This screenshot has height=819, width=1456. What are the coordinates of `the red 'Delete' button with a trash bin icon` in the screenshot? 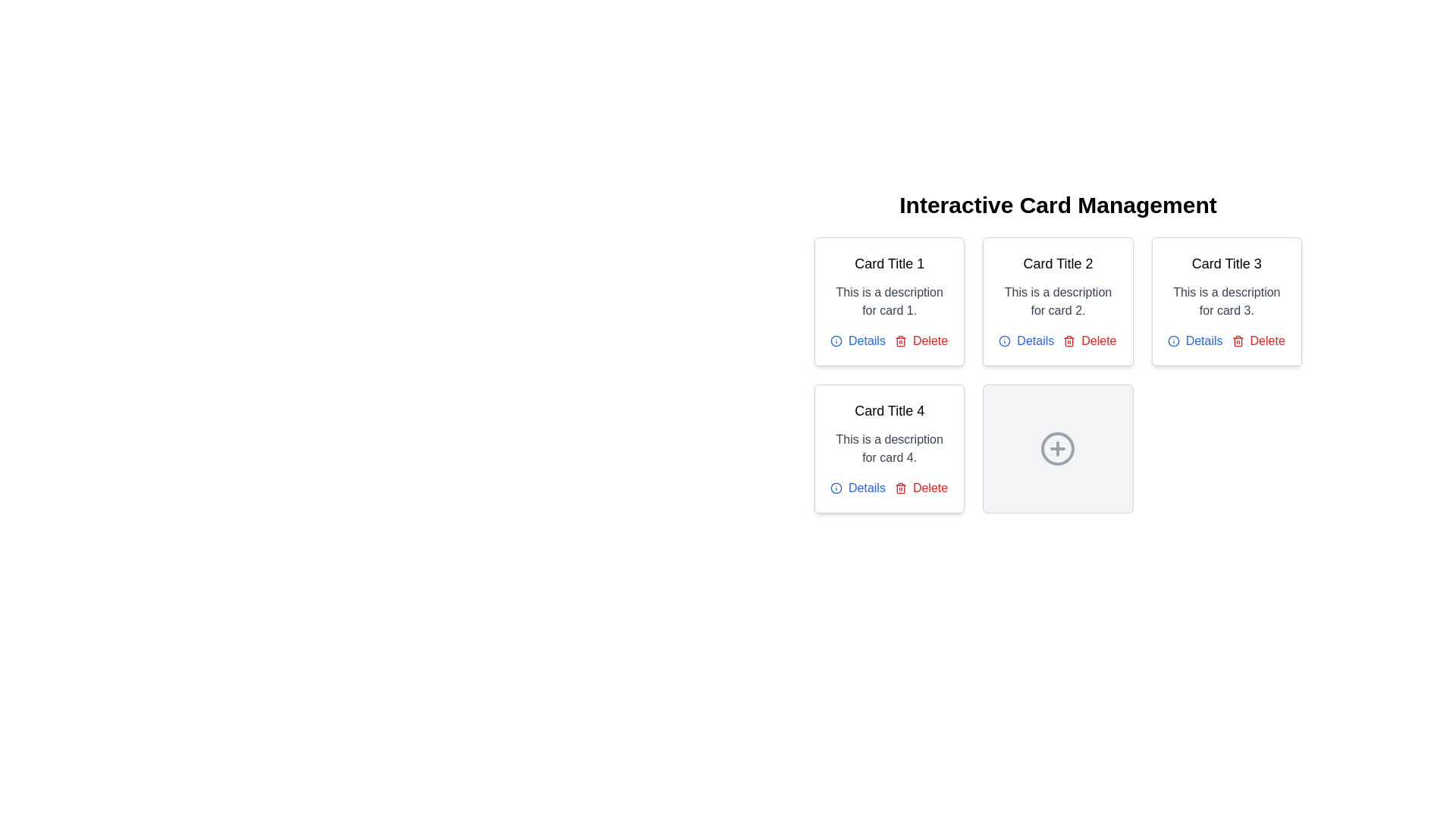 It's located at (1088, 341).